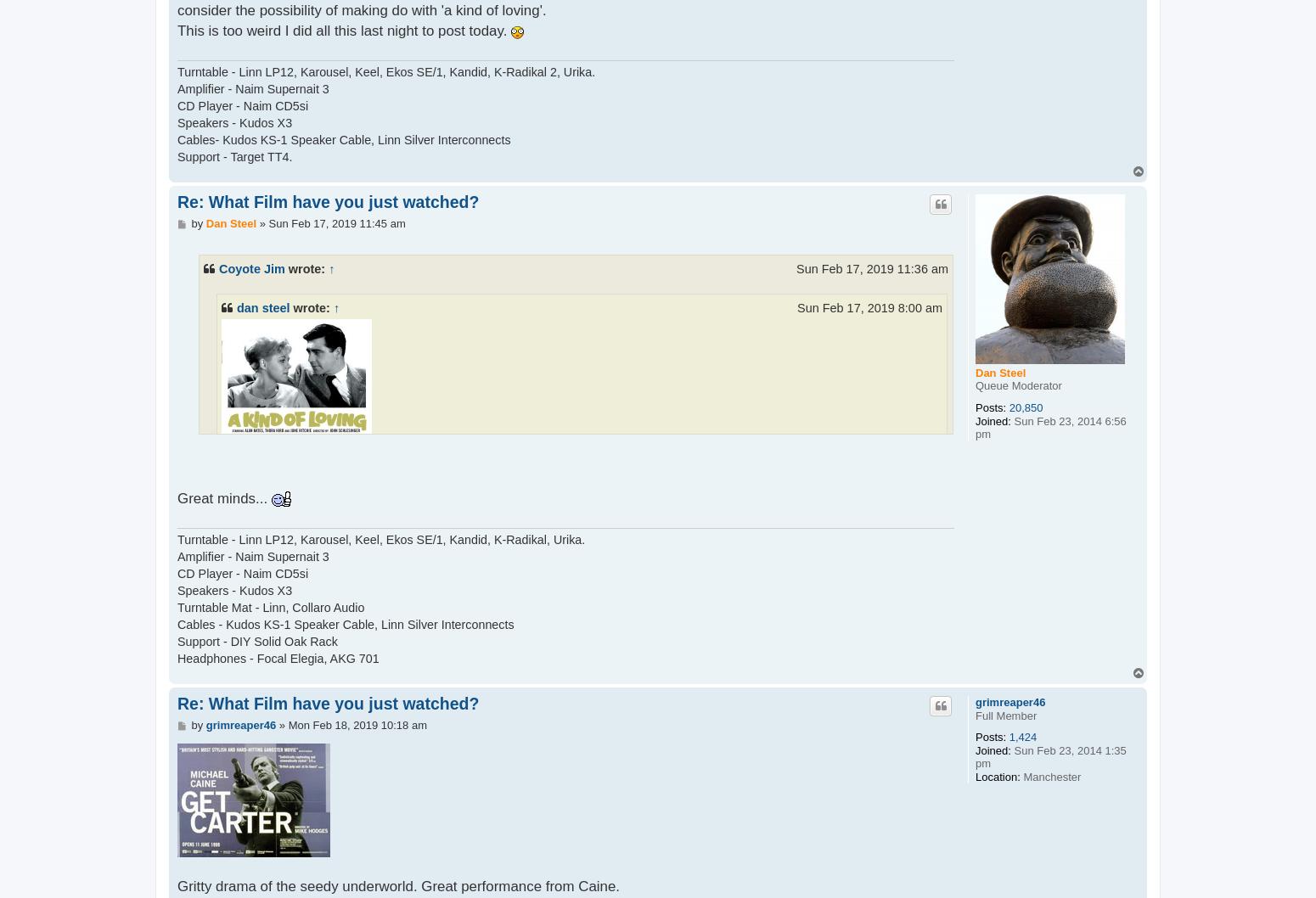 This screenshot has height=898, width=1316. I want to click on 'image.jpeg Victor 'Vic' Brown (Bates) is a draughtsman in a Manchester factory who sleeps with a typist called Ingrid Rothwell (Ritchie) who also works there. She falls for him but he is less enamoured of her. When he learns he has made her pregnant Vic proposes marriage and the couple move in with Ingrid's protective, domineering mother, Mrs Rothwell (Thora Hird), who disapproves of the match. Ingrid has a miscarriage, Vic has regrets and comes home drunk. The couple then consider the possibility of making do with 'a kind of loving'.', so click(203, 779).